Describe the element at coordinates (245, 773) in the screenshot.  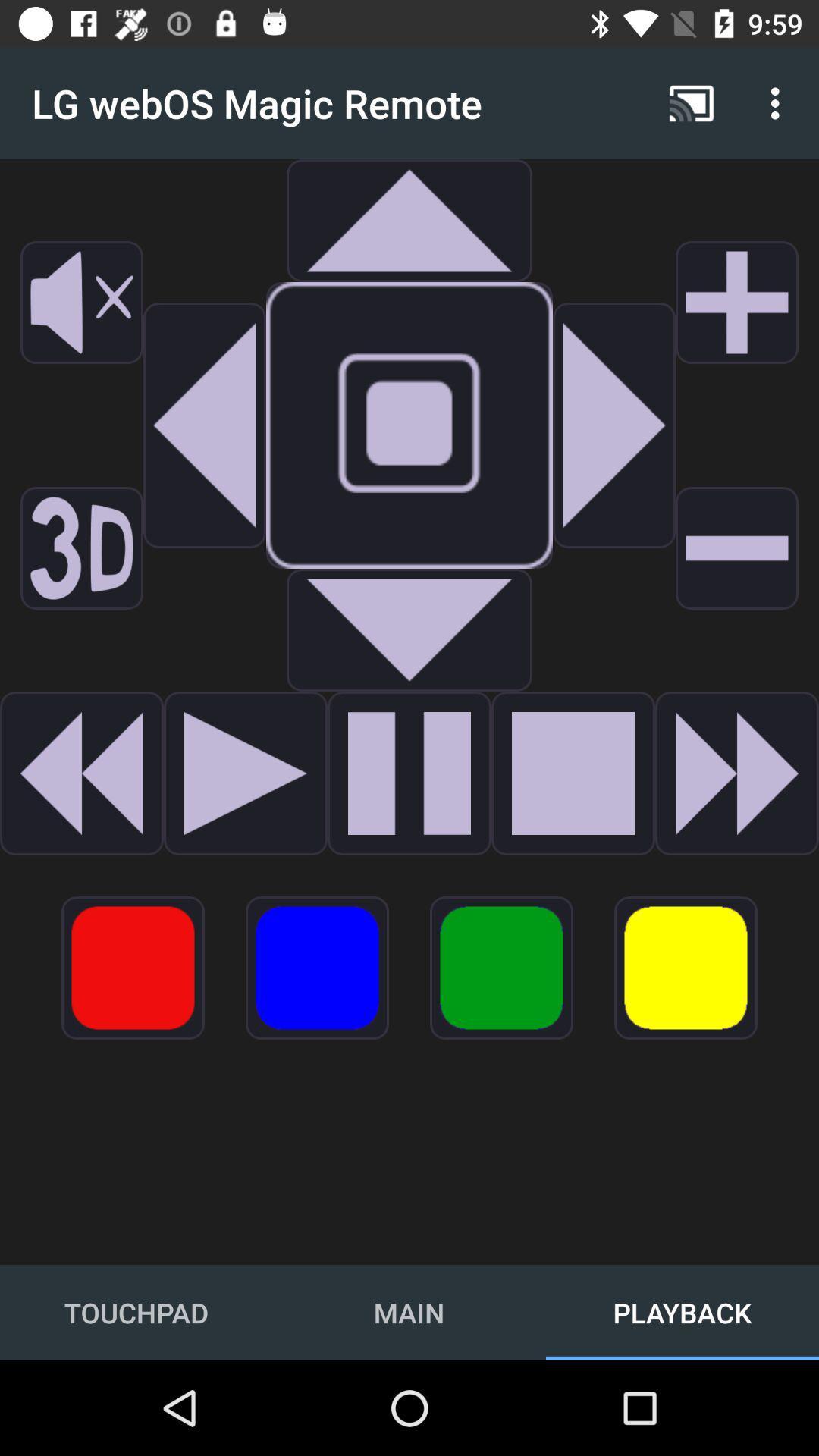
I see `option` at that location.